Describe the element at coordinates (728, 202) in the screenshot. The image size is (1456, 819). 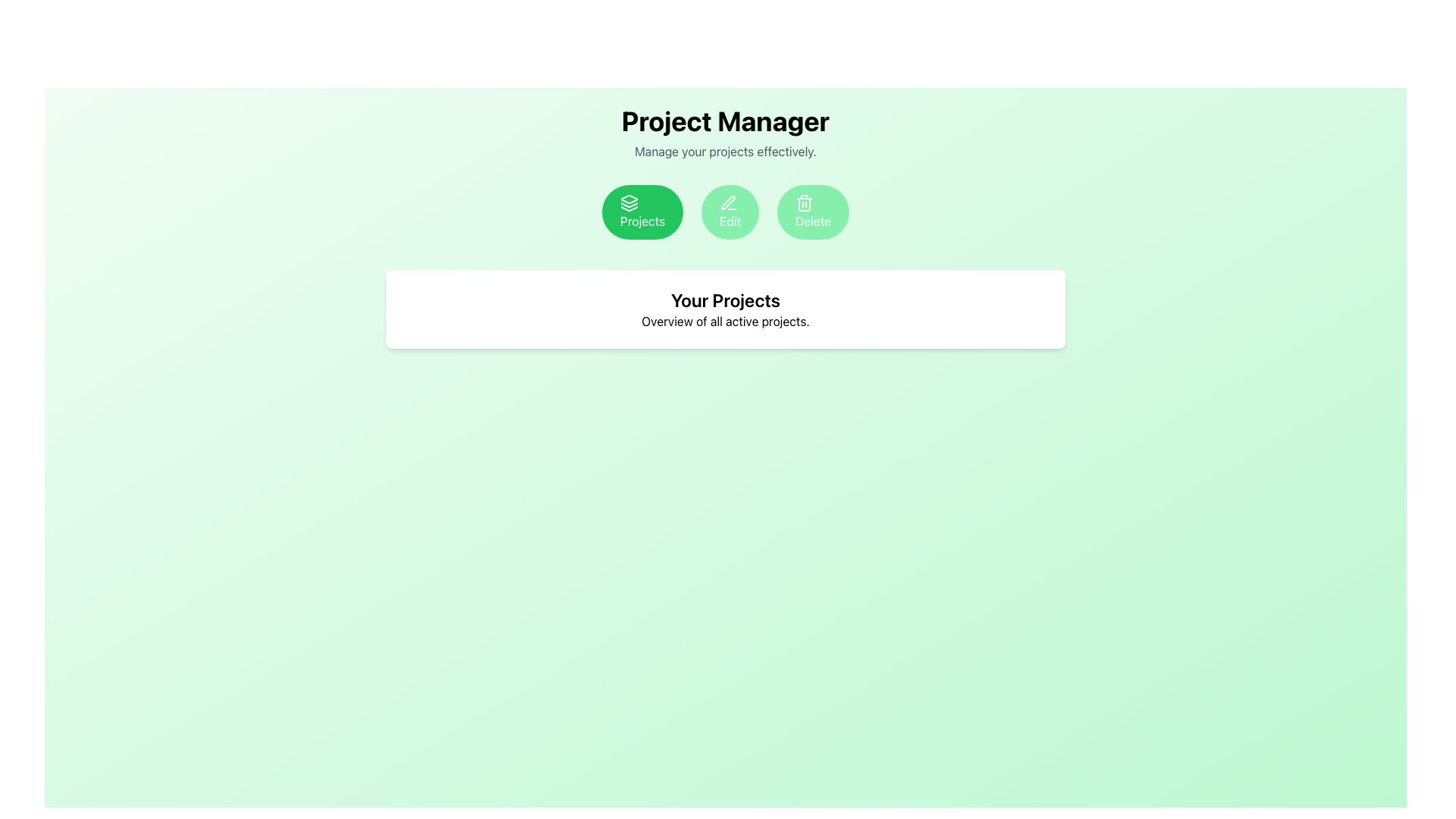
I see `the white pen icon on the green circular 'Edit' button, which is the second of three circular buttons in the central region near the top of the content area` at that location.